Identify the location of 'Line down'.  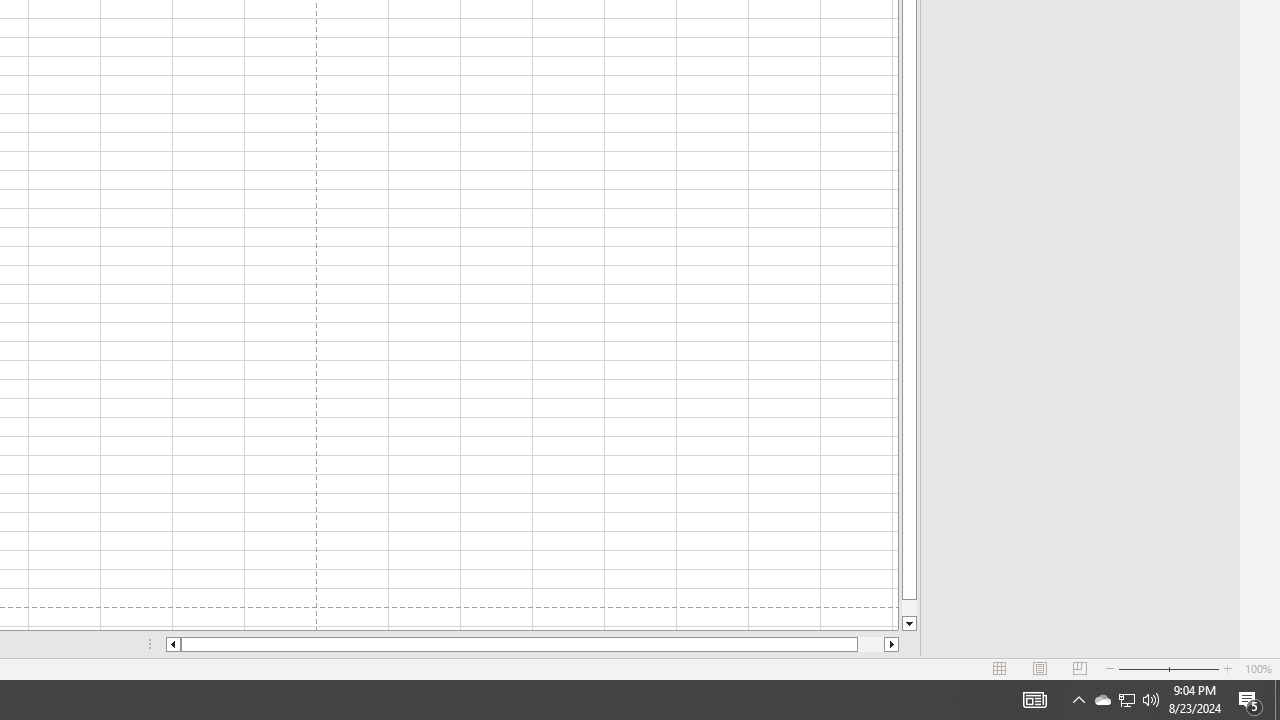
(908, 623).